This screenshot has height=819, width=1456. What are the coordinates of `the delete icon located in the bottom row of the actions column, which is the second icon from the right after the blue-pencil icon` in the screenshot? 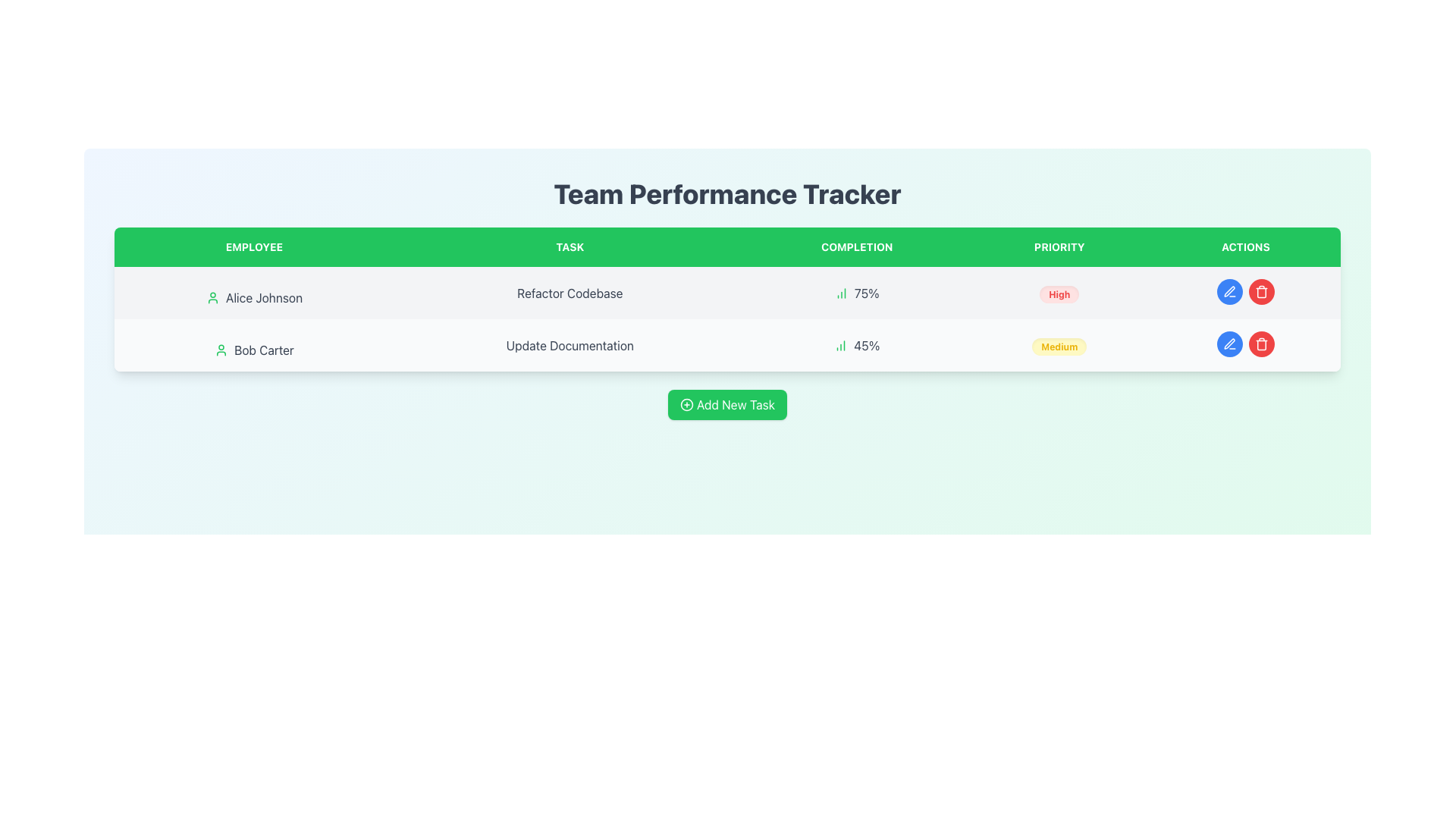 It's located at (1261, 293).